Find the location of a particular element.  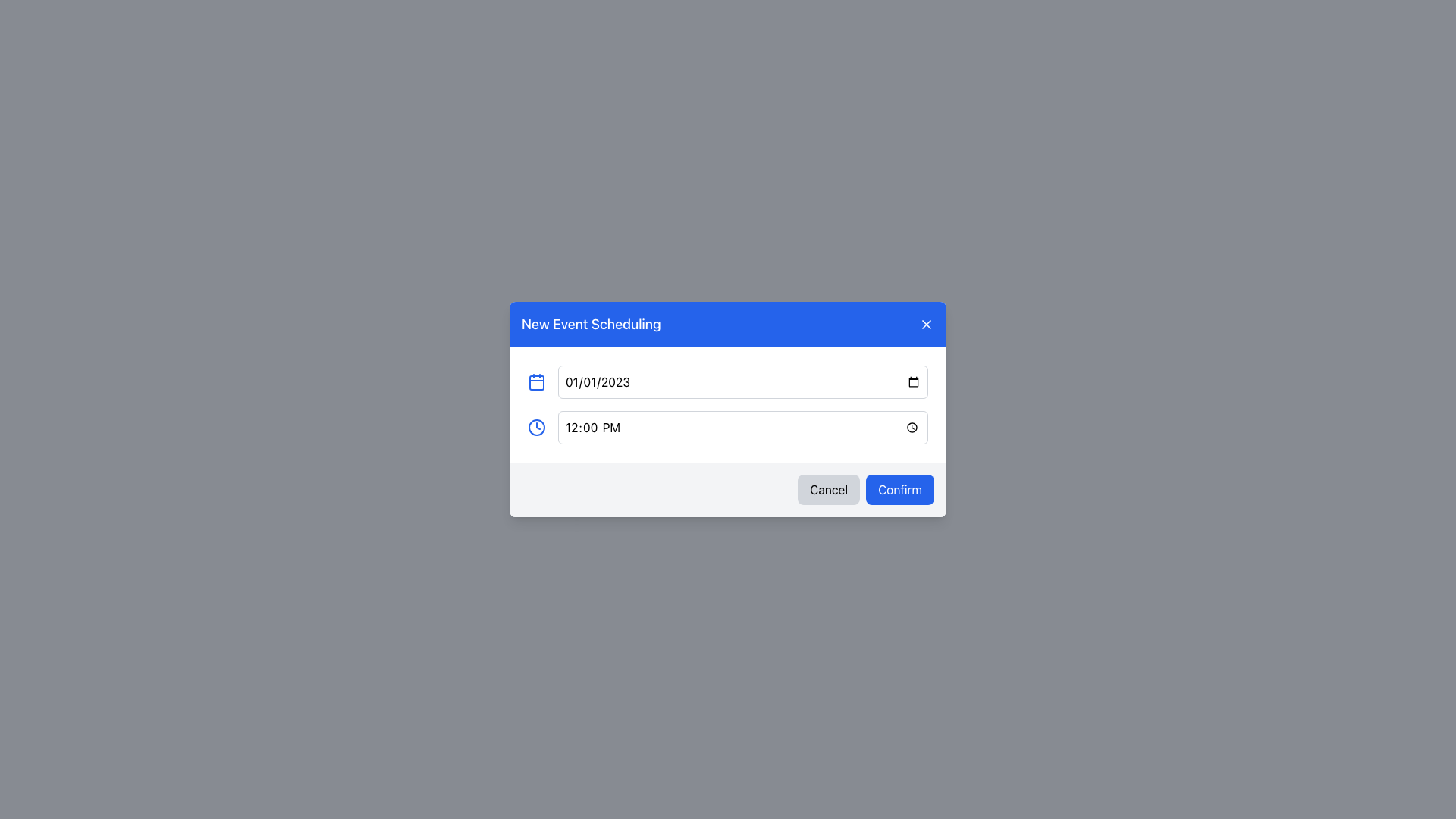

and edit the '12:00 PM' time input field in the Interactive Time Selector Row is located at coordinates (728, 427).